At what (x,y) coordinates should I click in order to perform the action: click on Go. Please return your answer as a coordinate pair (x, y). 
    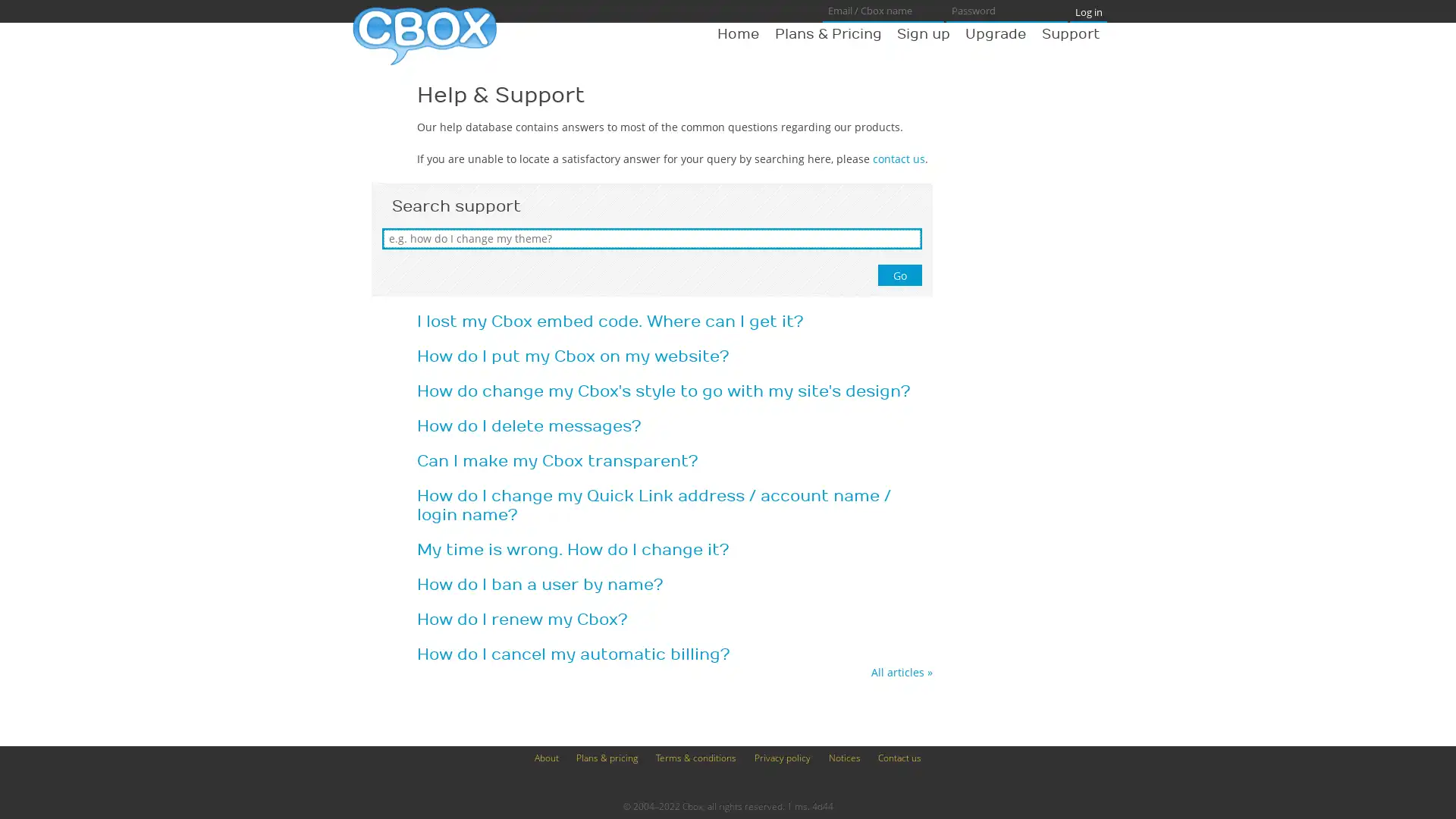
    Looking at the image, I should click on (899, 275).